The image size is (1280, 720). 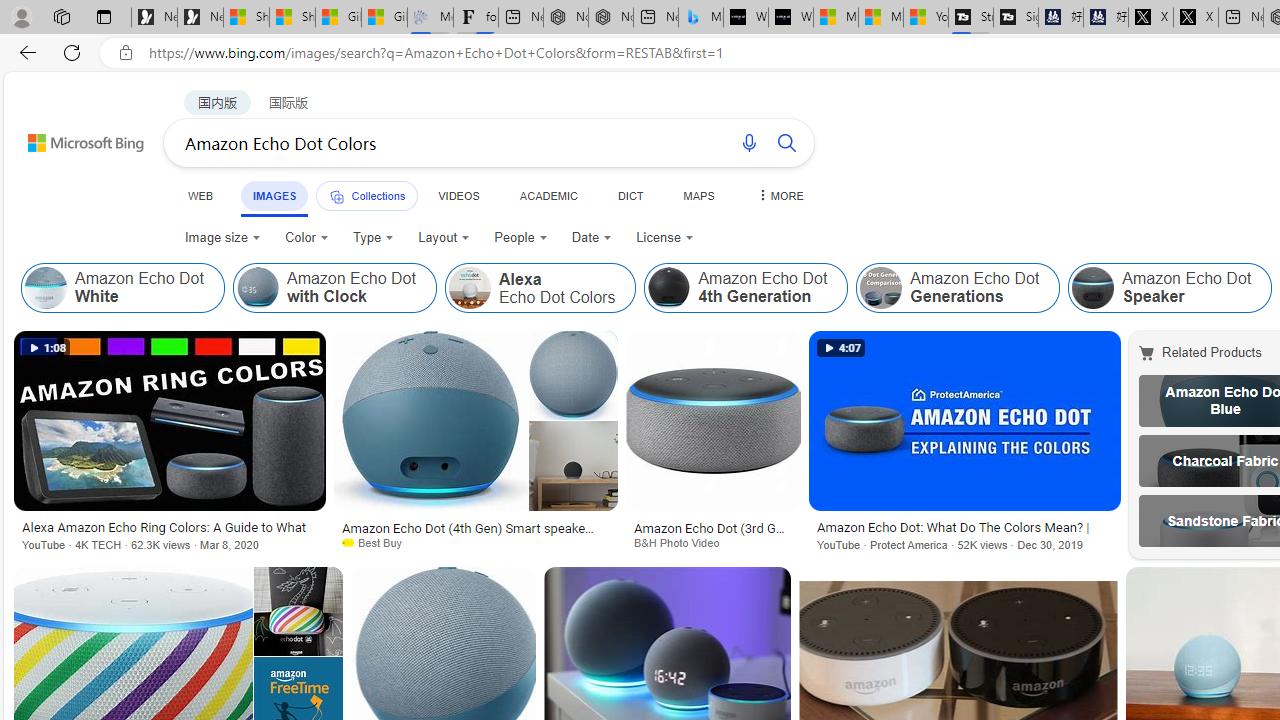 I want to click on 'People', so click(x=521, y=236).